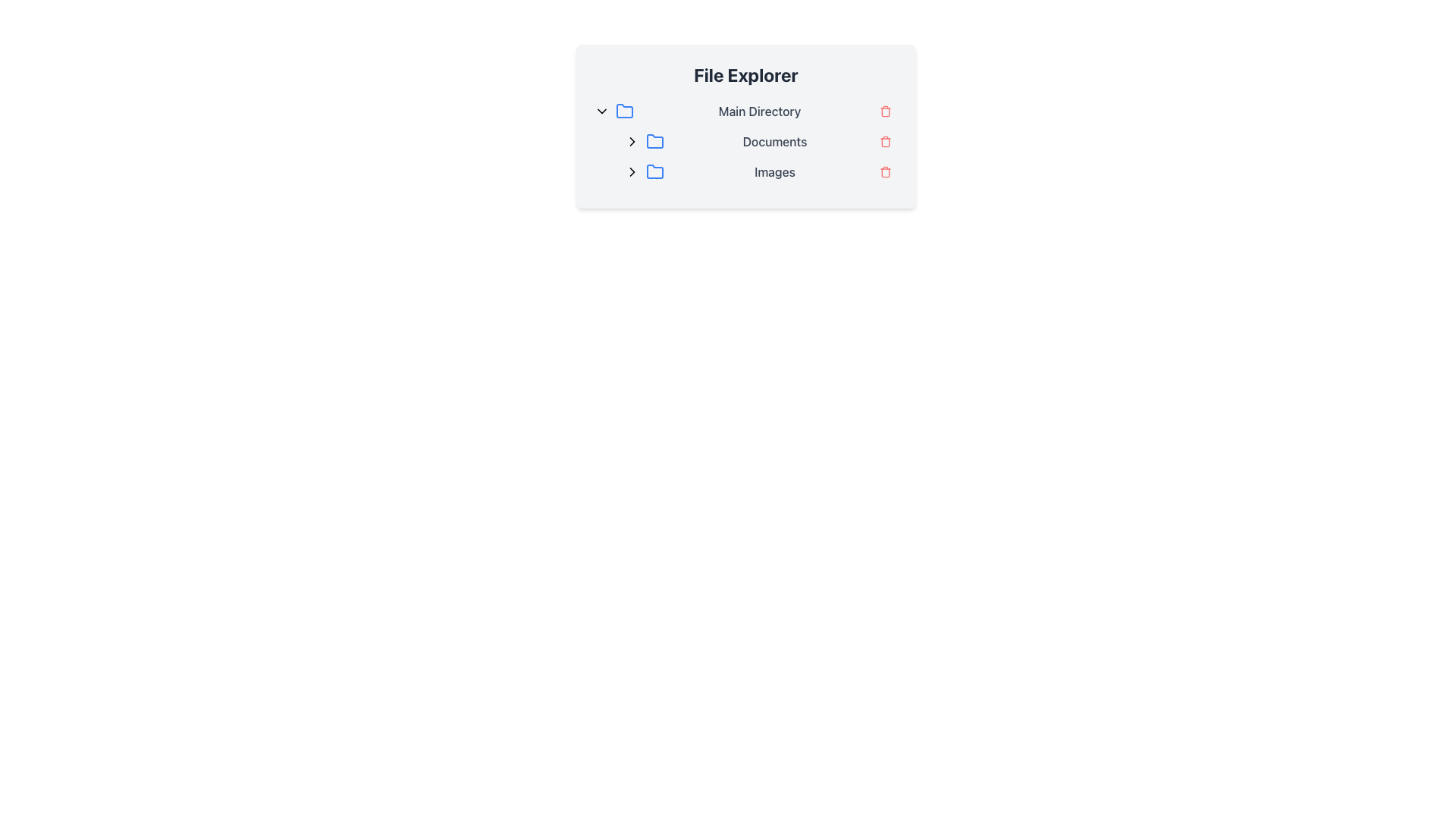  I want to click on the folder icon representing the 'Images' directory in the file explorer, so click(655, 171).